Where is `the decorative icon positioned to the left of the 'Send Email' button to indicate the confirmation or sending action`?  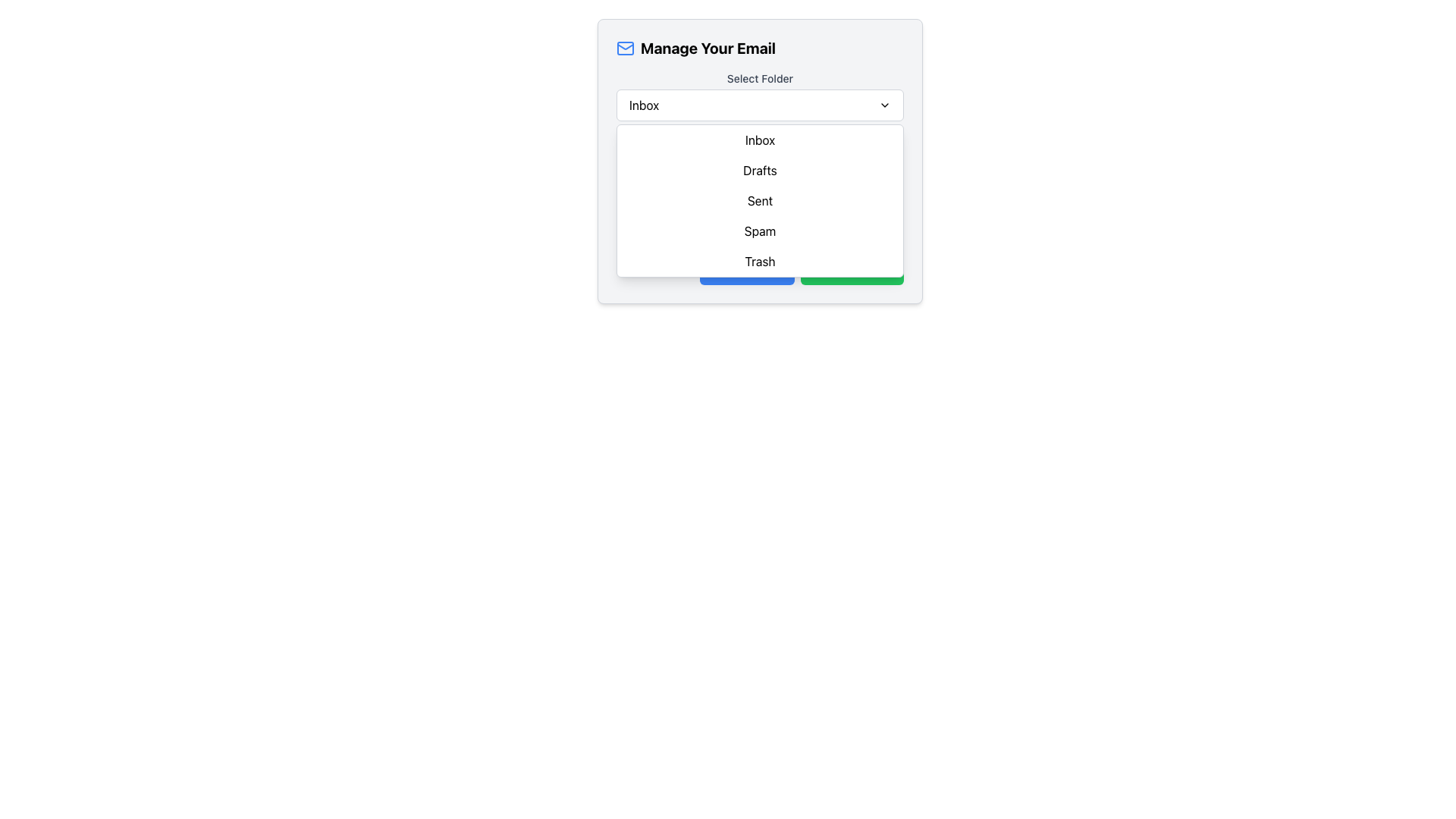
the decorative icon positioned to the left of the 'Send Email' button to indicate the confirmation or sending action is located at coordinates (817, 268).